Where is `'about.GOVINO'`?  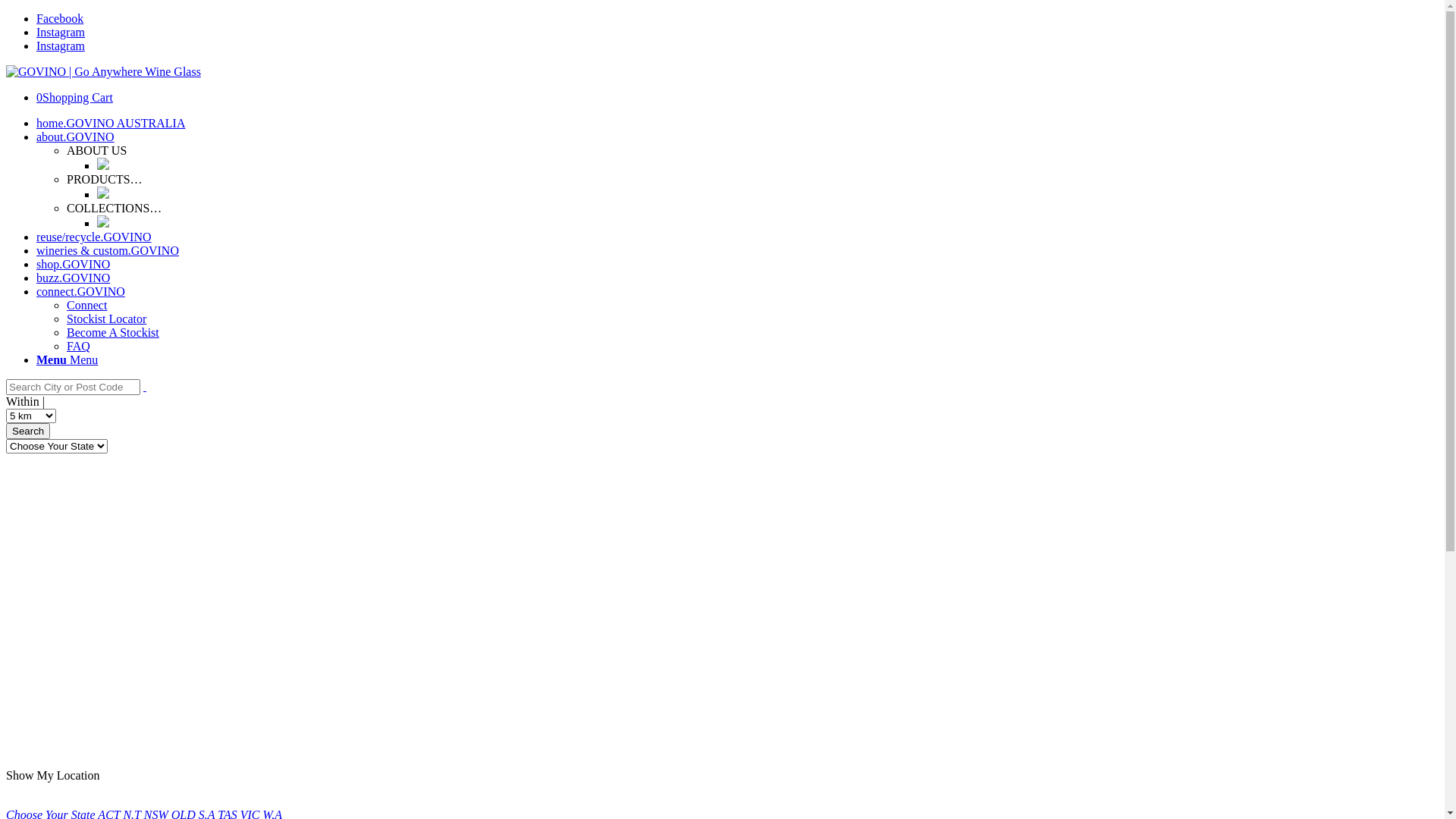
'about.GOVINO' is located at coordinates (74, 136).